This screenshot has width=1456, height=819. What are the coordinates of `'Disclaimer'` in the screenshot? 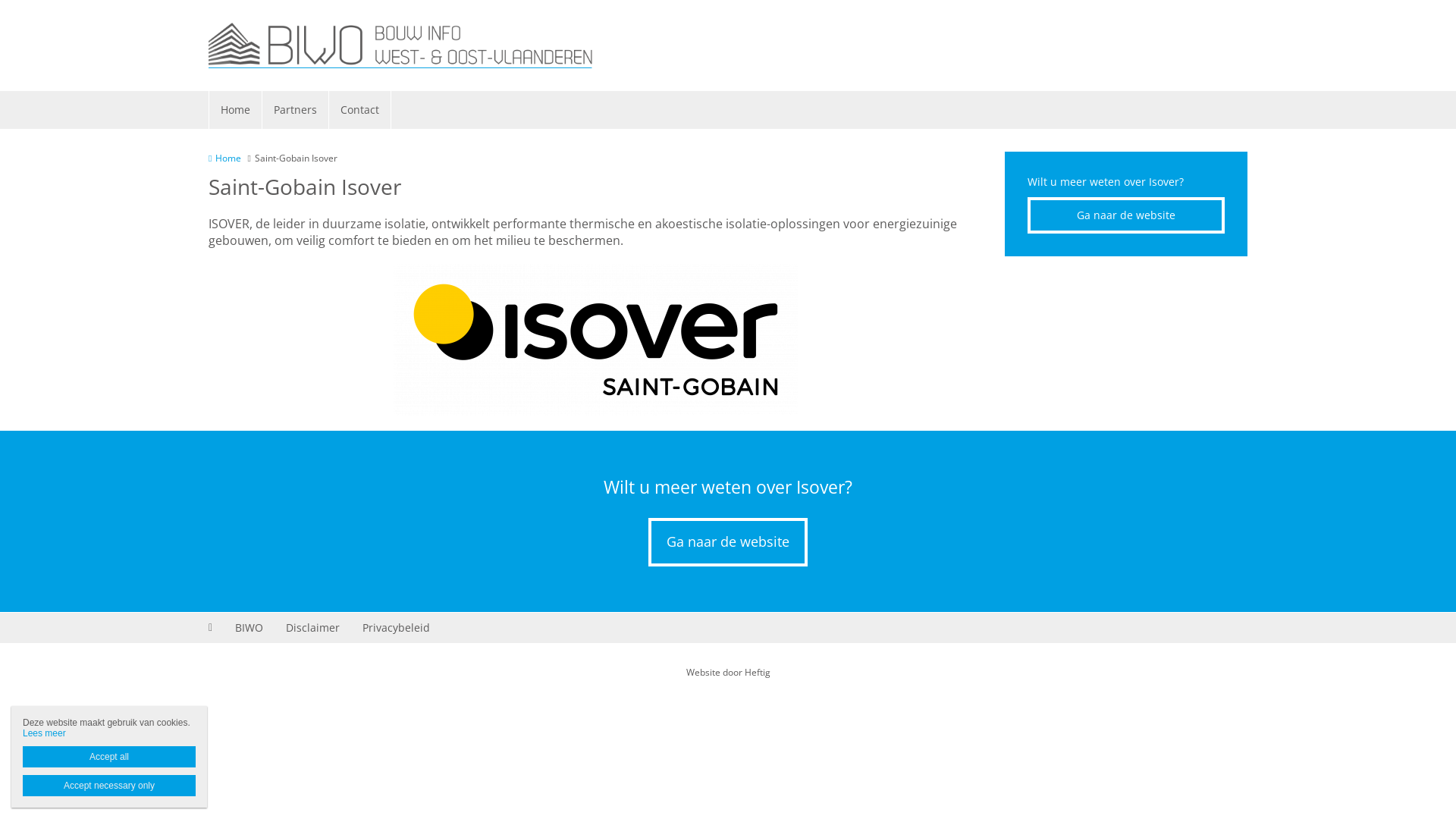 It's located at (312, 628).